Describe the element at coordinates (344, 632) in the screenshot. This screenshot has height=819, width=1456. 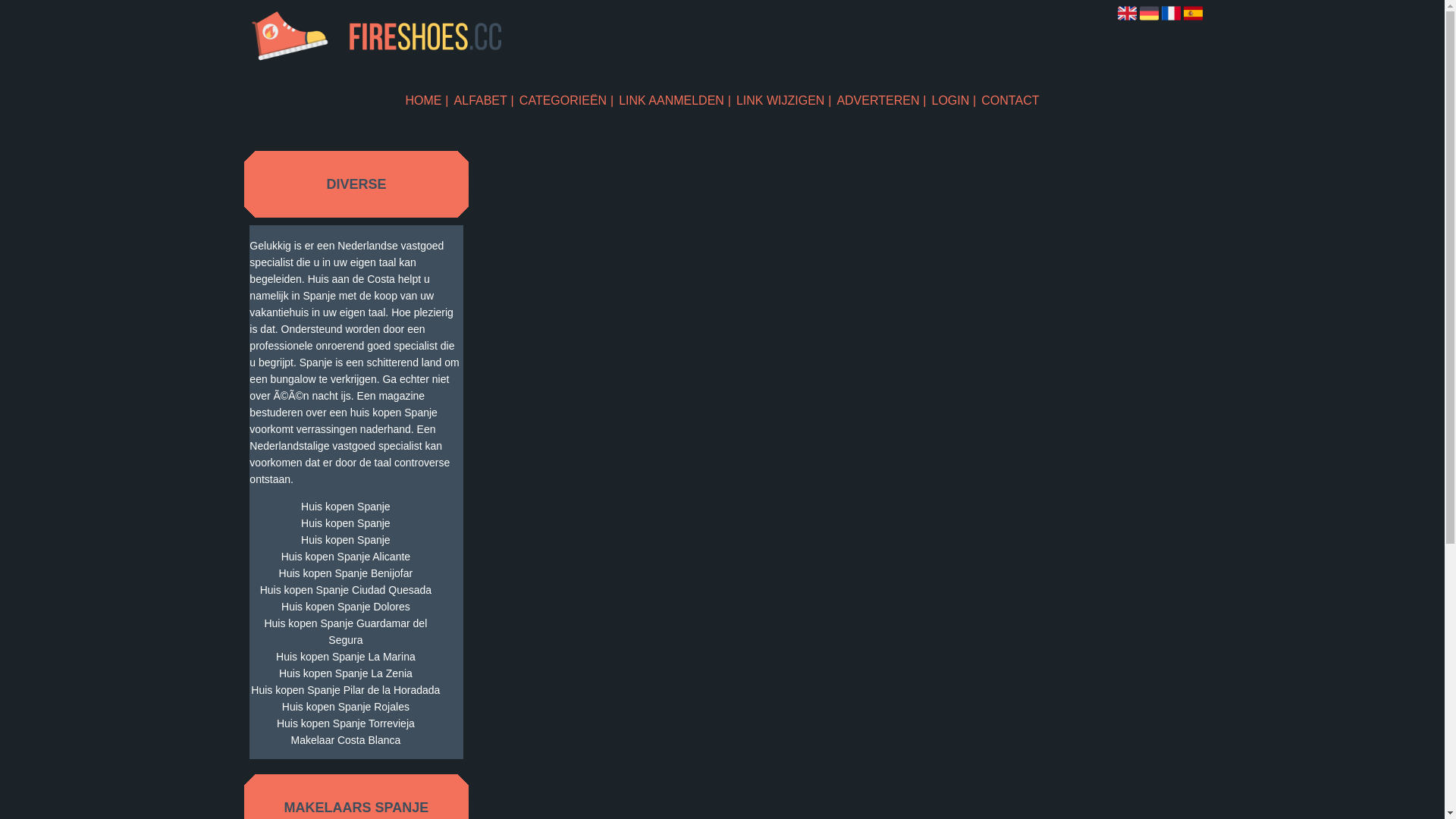
I see `'Huis kopen Spanje Guardamar del Segura'` at that location.